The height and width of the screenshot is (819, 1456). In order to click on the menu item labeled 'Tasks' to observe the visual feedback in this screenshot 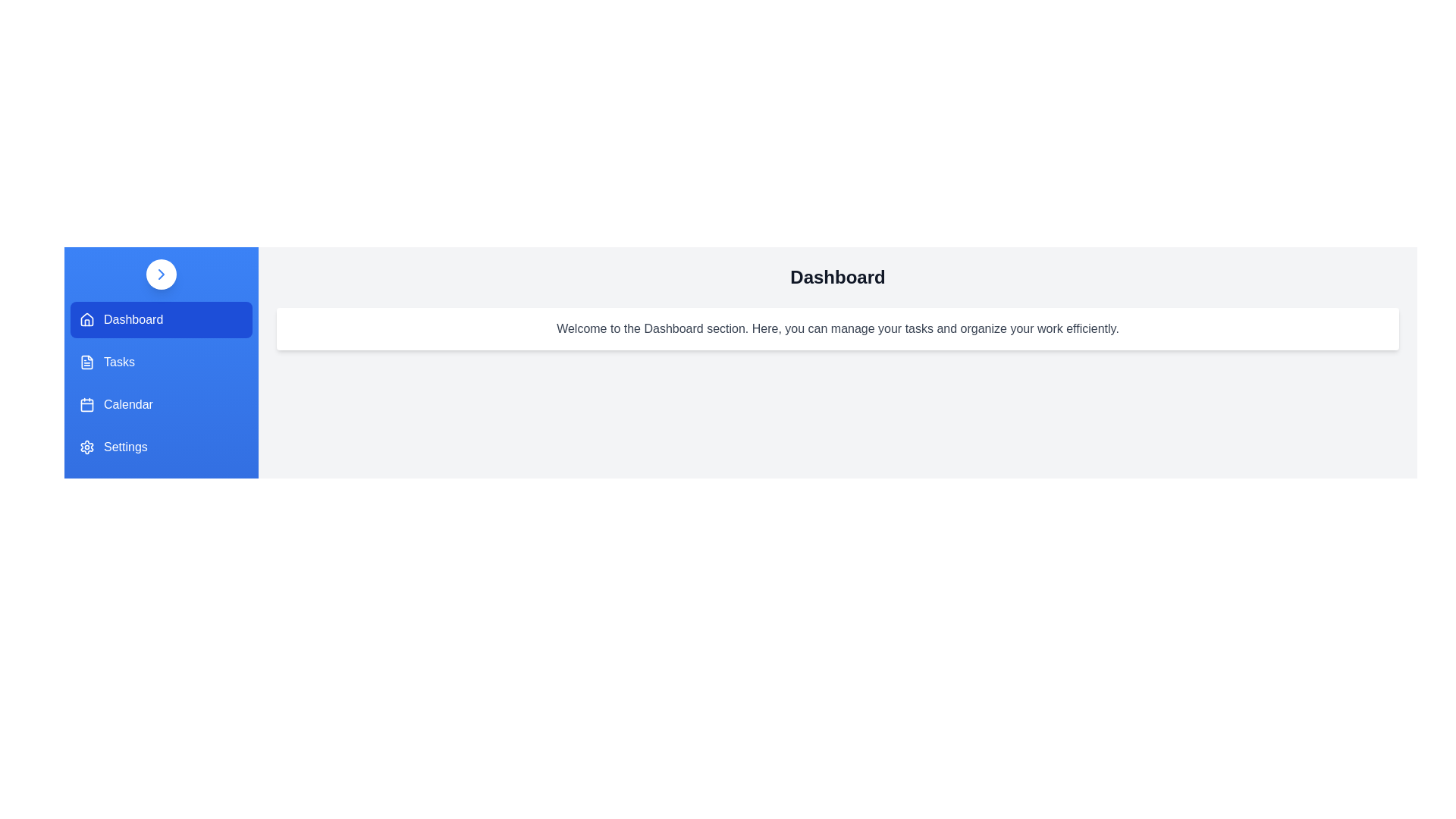, I will do `click(161, 362)`.